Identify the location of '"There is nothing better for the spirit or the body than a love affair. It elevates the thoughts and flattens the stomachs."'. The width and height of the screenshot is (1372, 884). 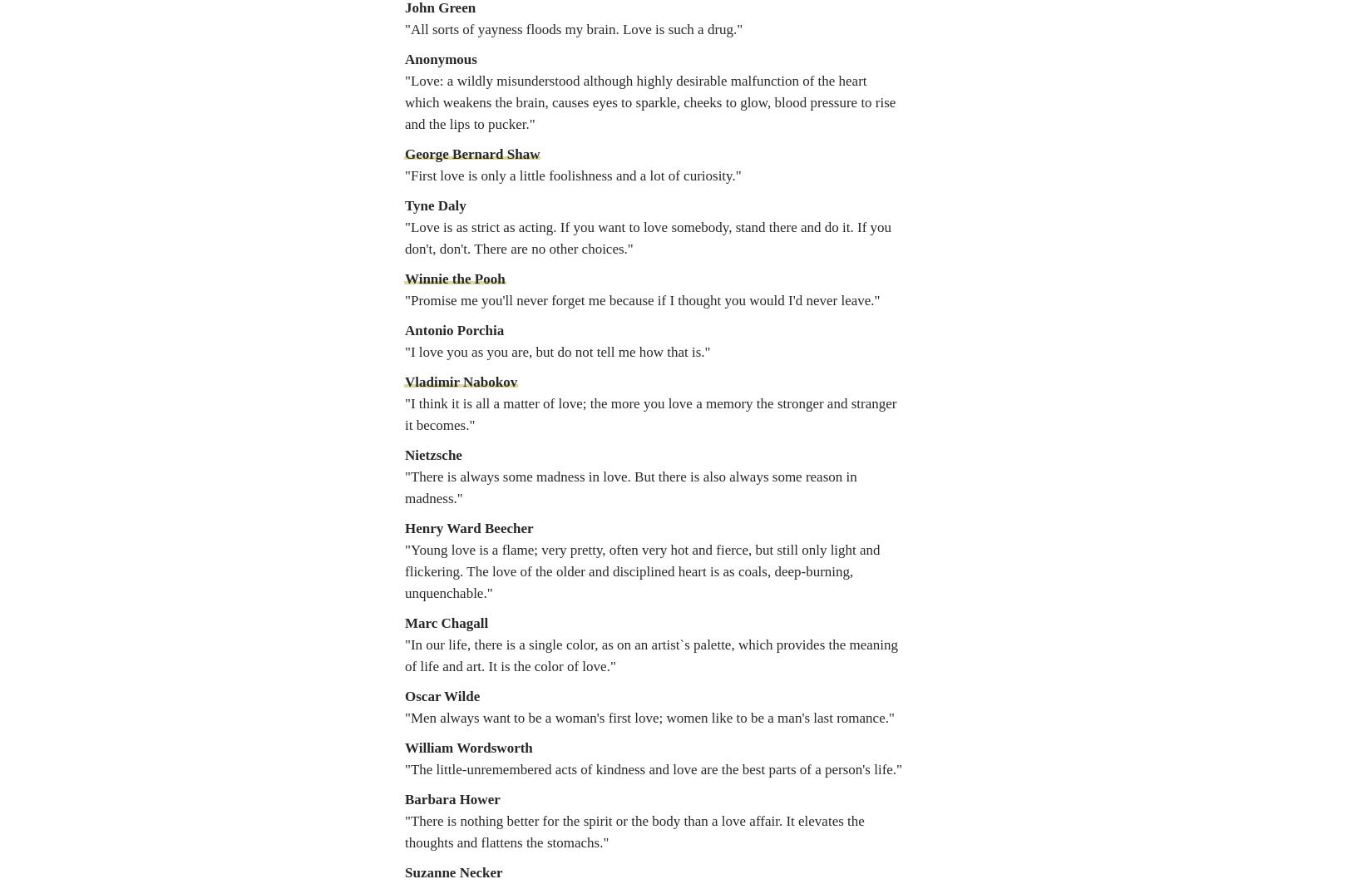
(633, 831).